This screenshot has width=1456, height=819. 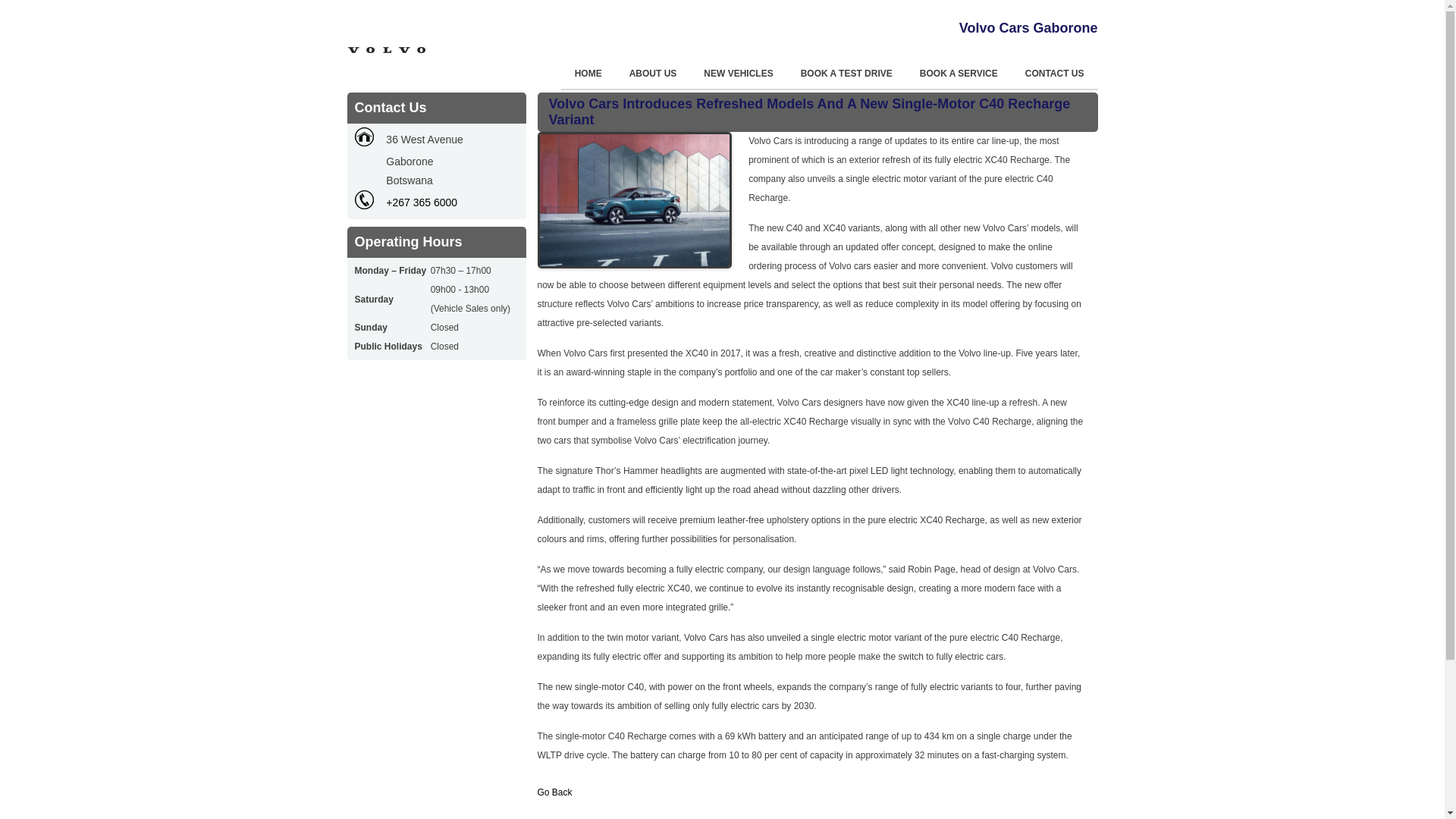 I want to click on 'NEW VEHICLES', so click(x=738, y=74).